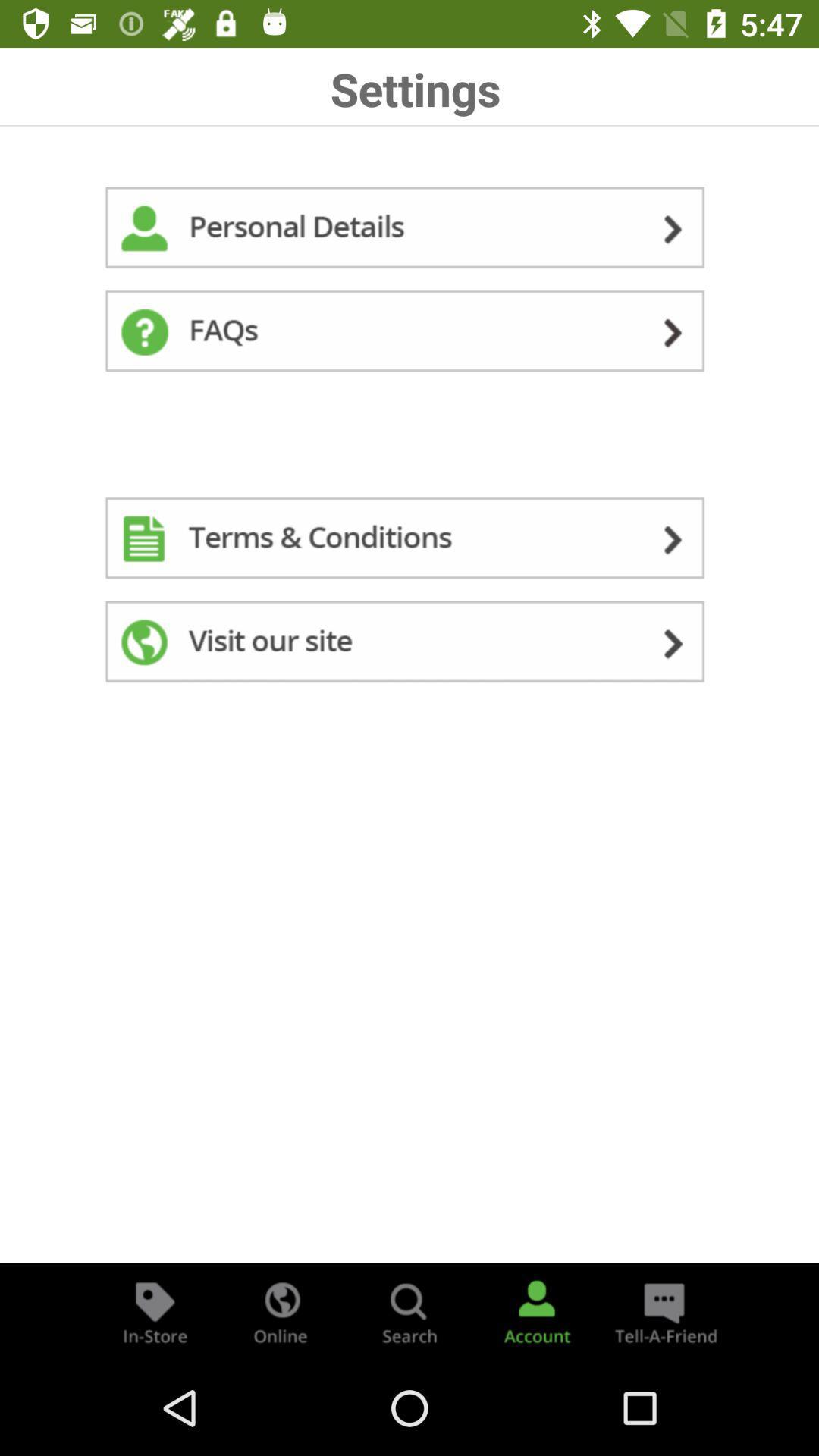  What do you see at coordinates (409, 541) in the screenshot?
I see `see terms conditions` at bounding box center [409, 541].